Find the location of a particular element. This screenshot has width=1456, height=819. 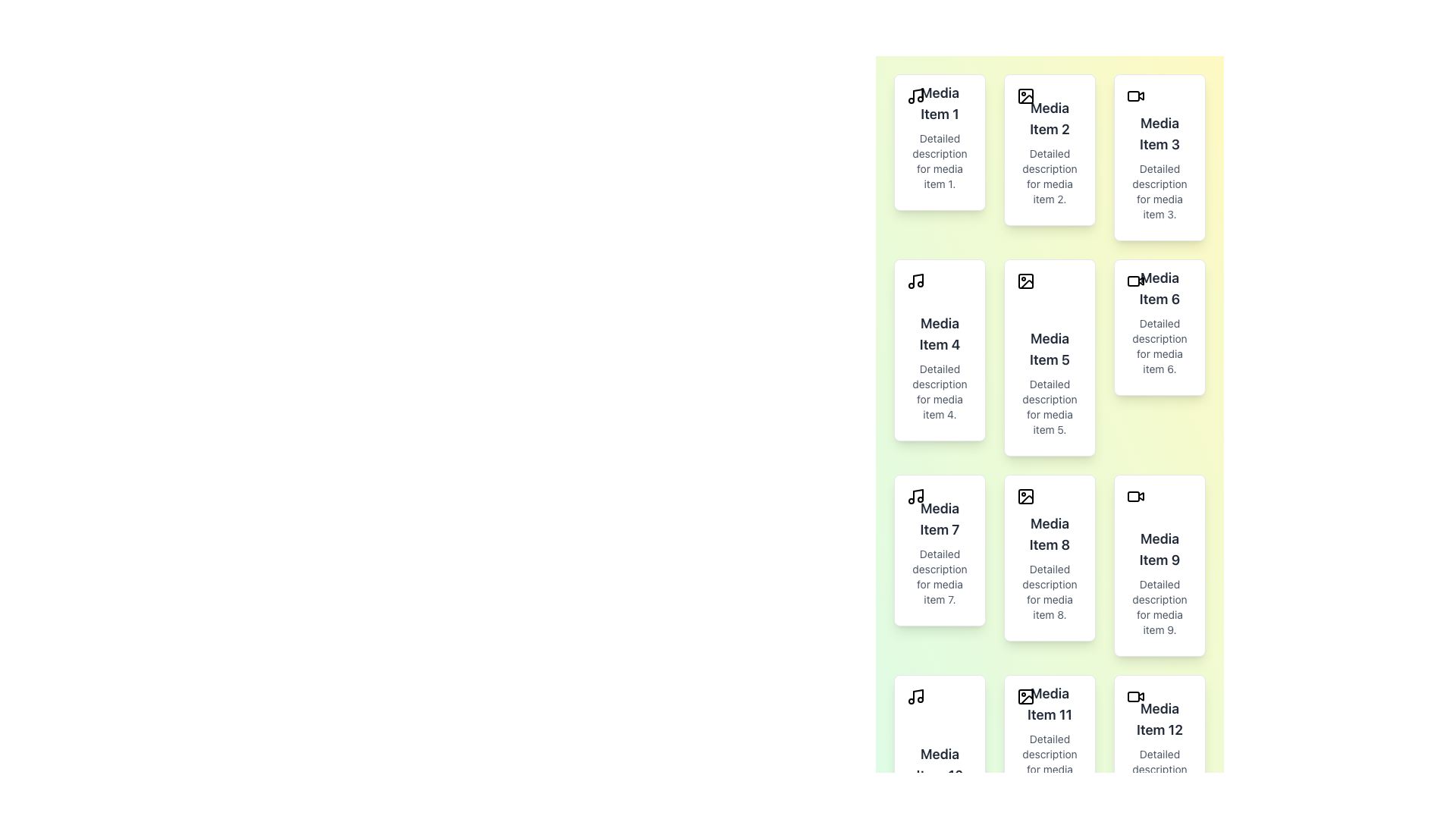

the black music icon located at the top-left corner of the 'Media Item 10' card is located at coordinates (915, 696).